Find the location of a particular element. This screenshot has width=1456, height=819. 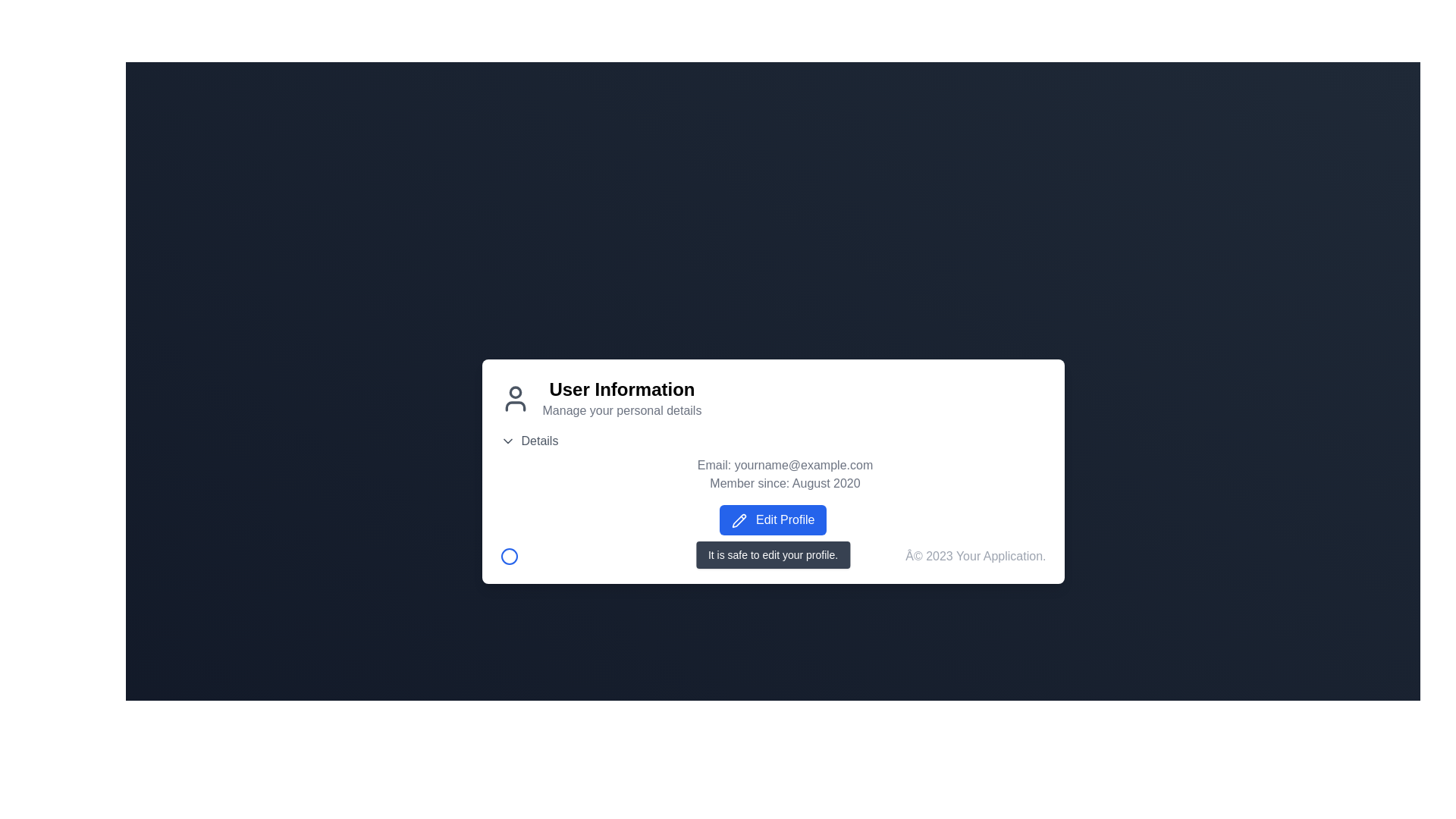

the user profile icon located to the left of the 'User Information' and 'Manage your personal details' text is located at coordinates (515, 397).